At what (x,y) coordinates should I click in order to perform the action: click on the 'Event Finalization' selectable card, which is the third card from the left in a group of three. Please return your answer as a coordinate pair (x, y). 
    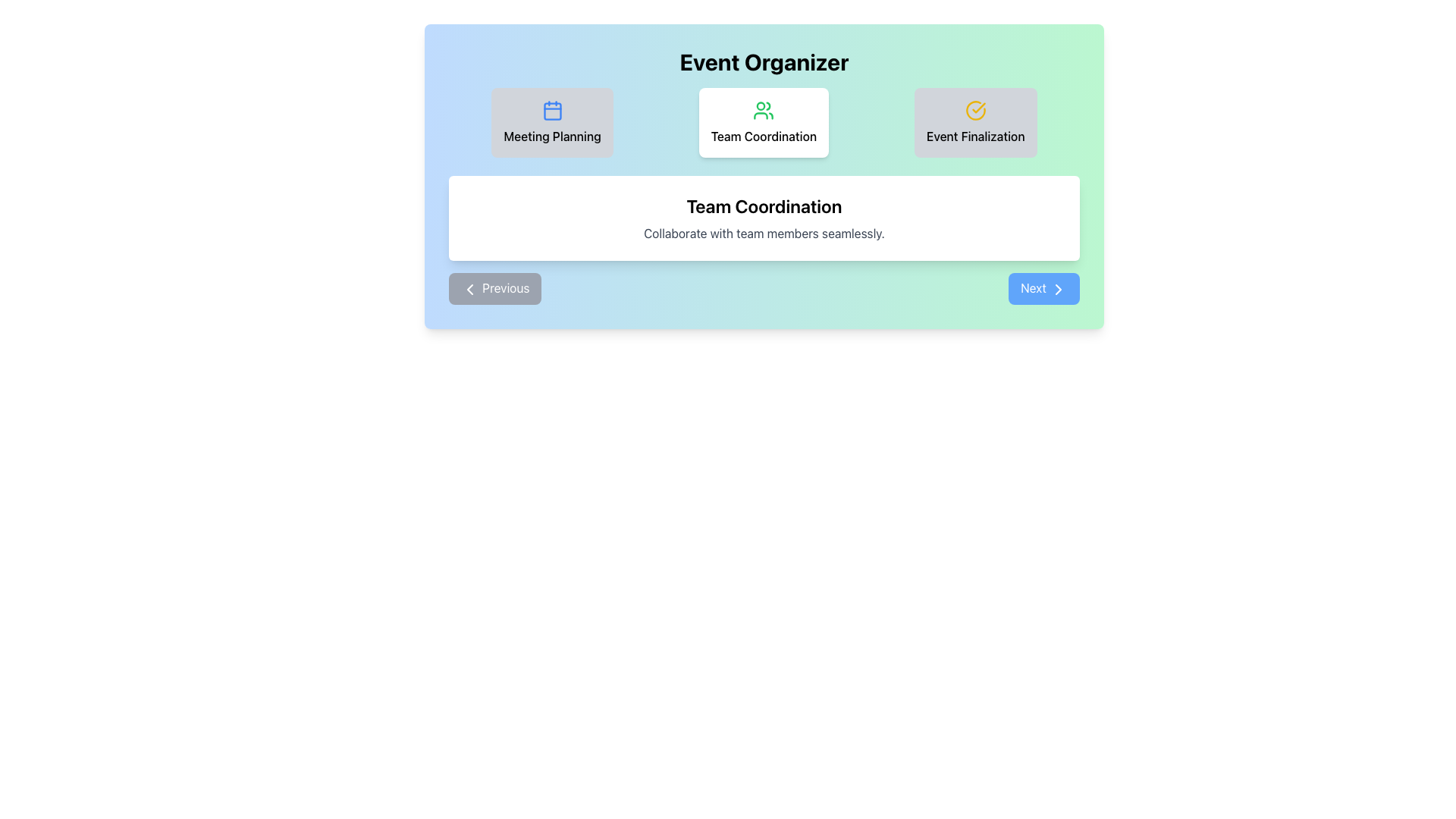
    Looking at the image, I should click on (975, 122).